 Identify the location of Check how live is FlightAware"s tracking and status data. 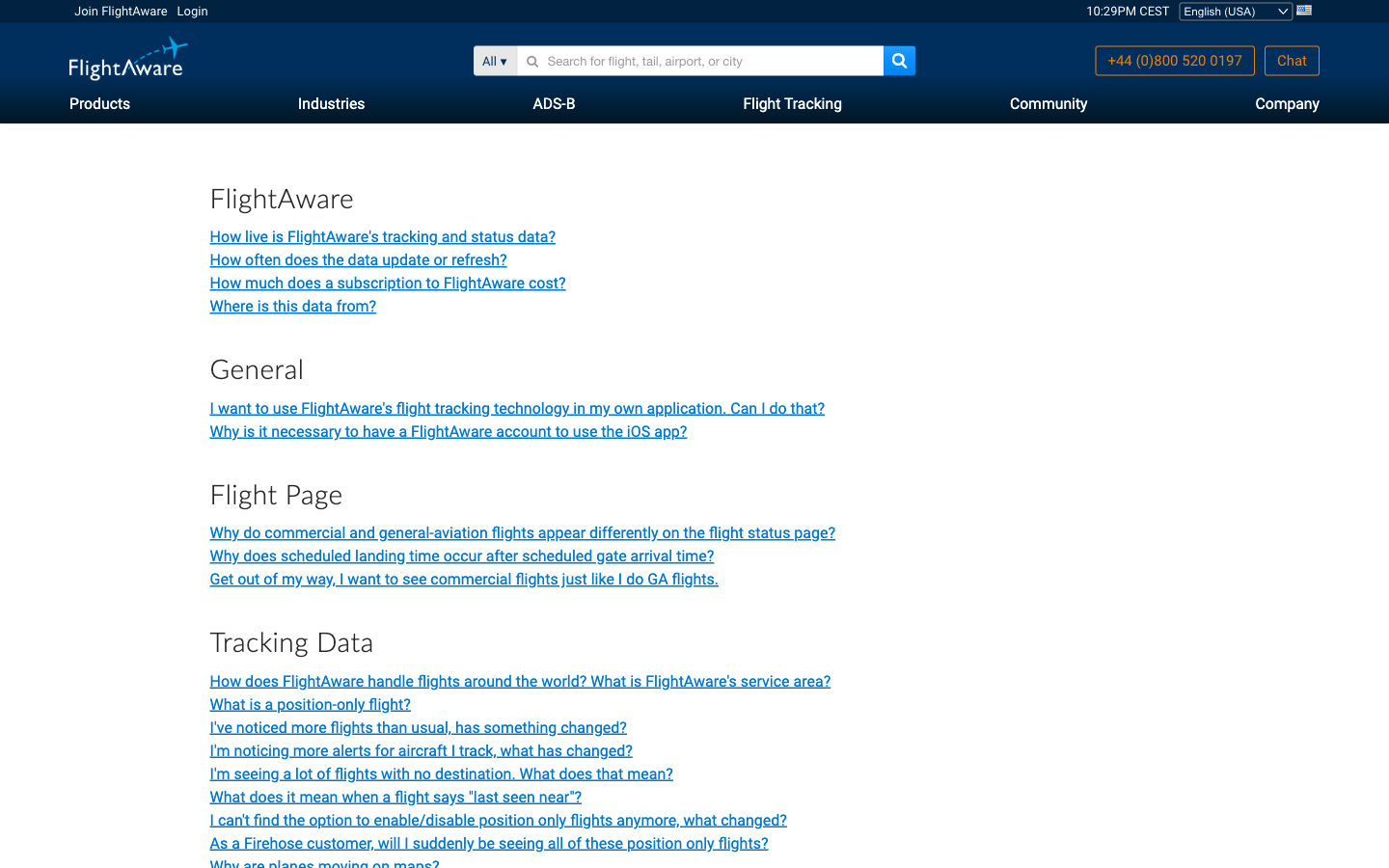
(422, 749).